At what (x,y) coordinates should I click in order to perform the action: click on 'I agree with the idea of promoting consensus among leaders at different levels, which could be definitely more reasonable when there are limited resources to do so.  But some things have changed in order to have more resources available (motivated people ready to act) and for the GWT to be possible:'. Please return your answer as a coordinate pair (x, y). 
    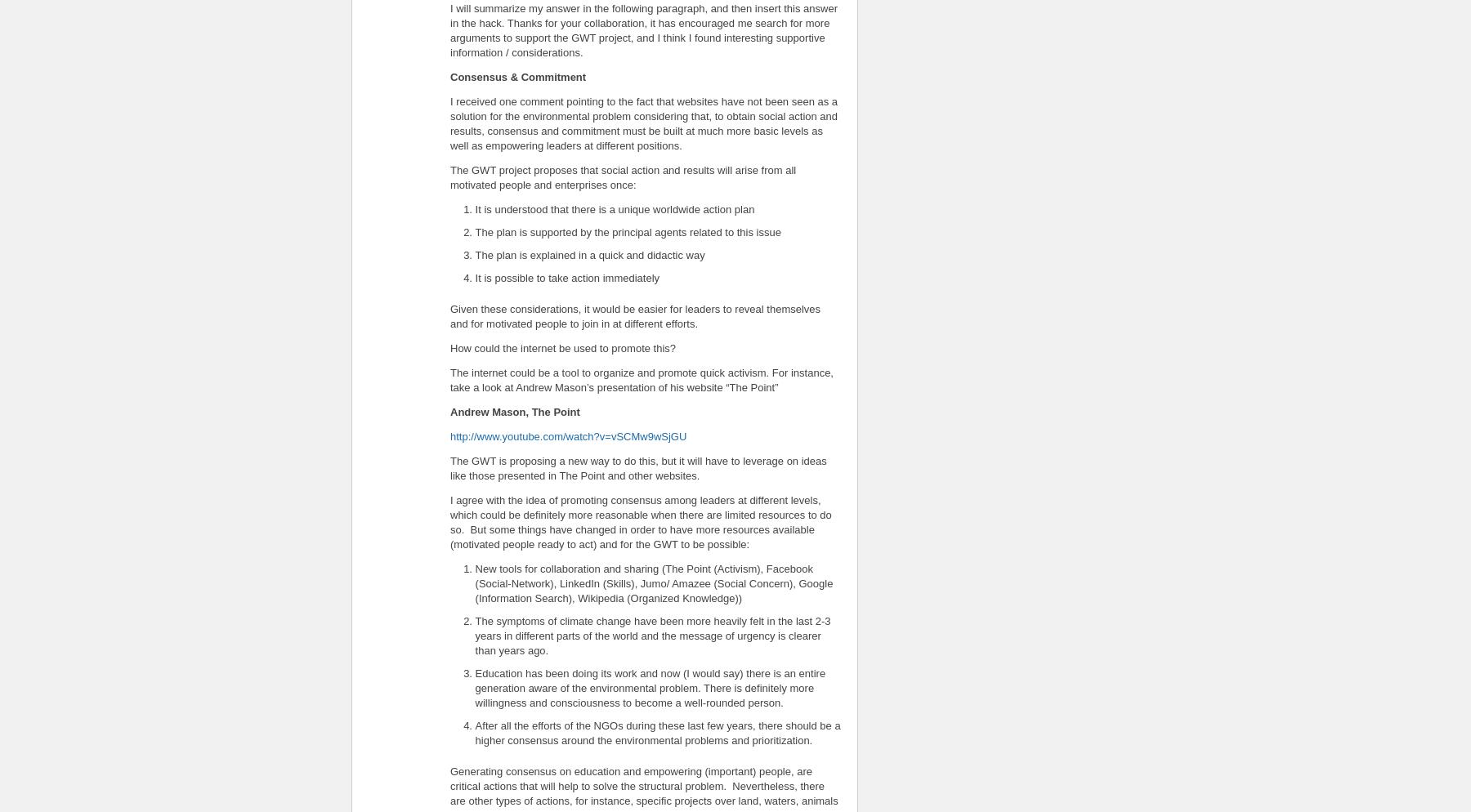
    Looking at the image, I should click on (640, 520).